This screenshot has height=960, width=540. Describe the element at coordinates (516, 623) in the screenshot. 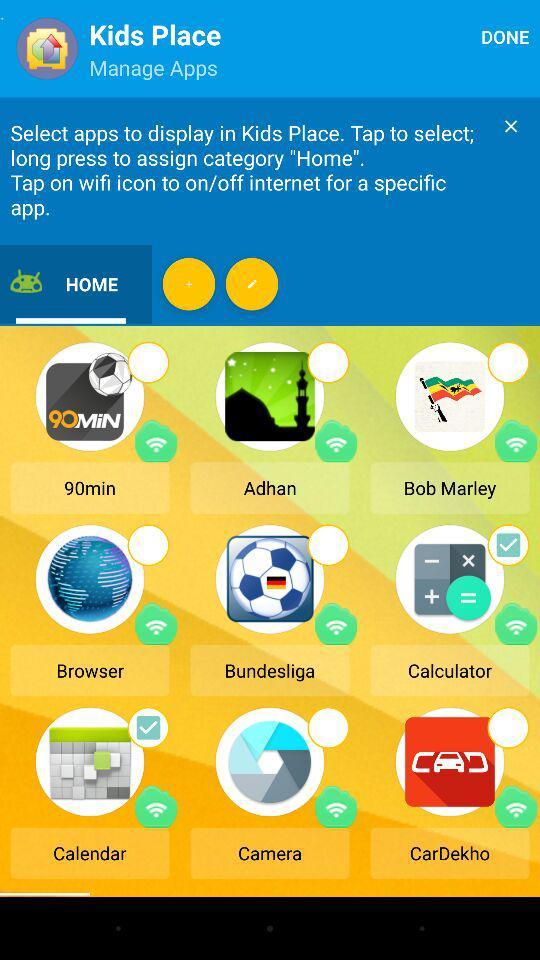

I see `on/off wifi internet` at that location.